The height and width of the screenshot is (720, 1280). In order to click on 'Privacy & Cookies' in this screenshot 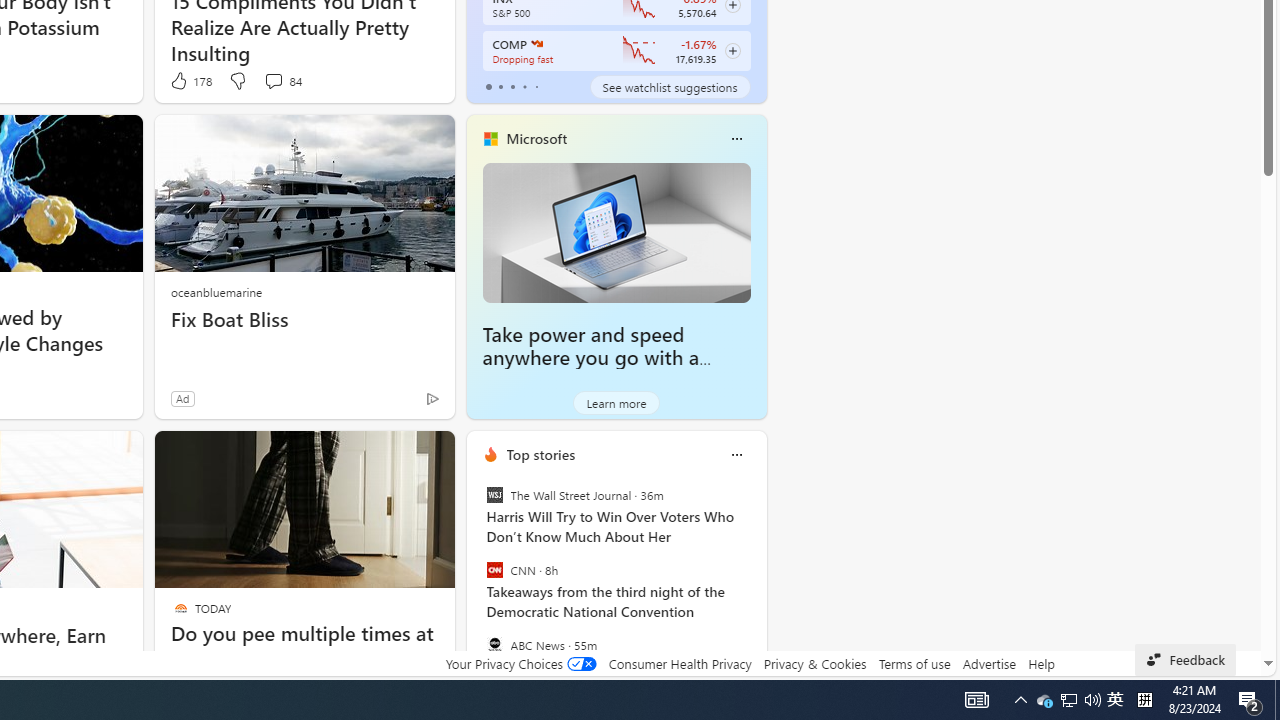, I will do `click(814, 663)`.